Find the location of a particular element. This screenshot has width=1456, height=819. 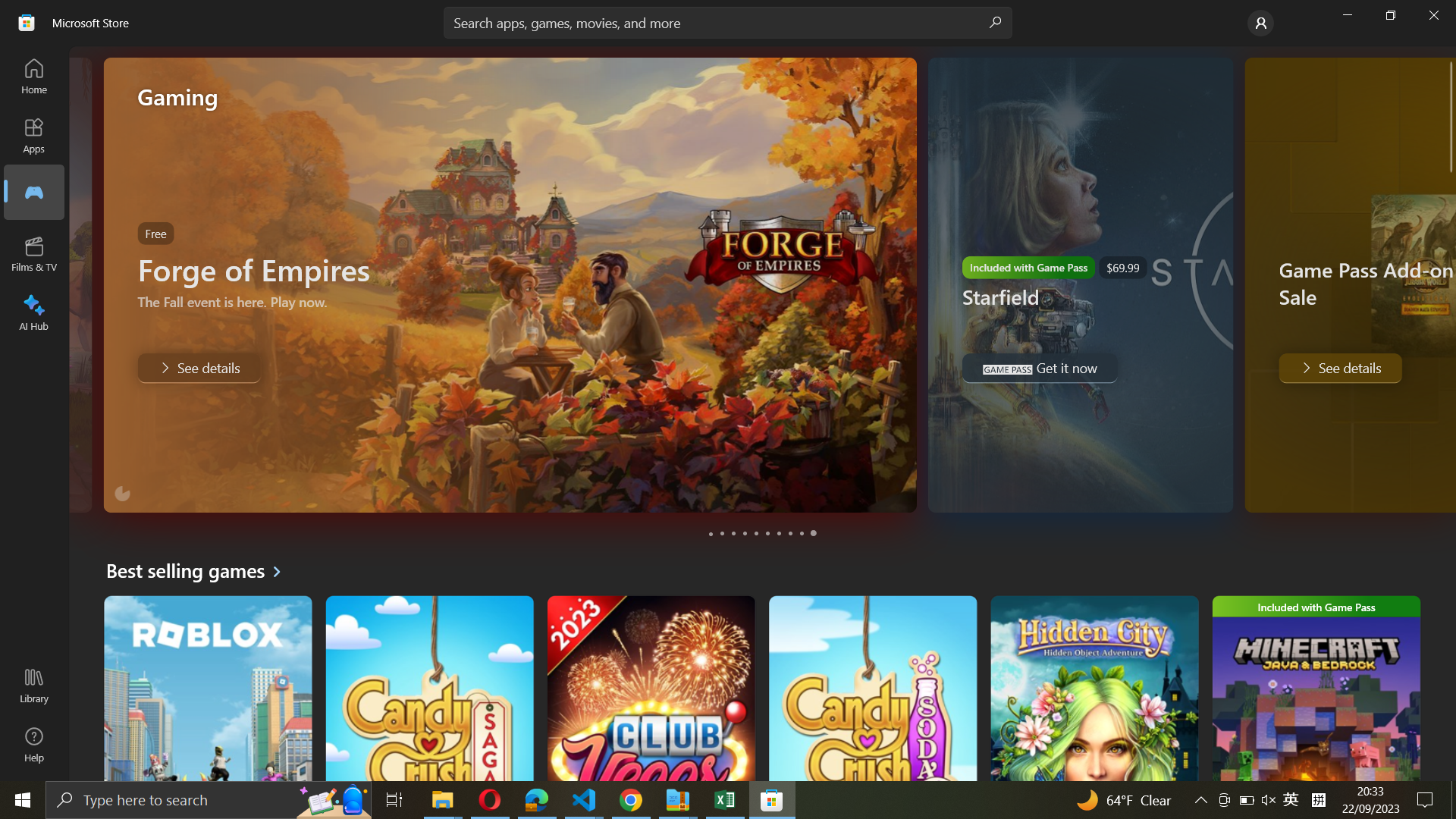

the AI Hub option is located at coordinates (35, 309).